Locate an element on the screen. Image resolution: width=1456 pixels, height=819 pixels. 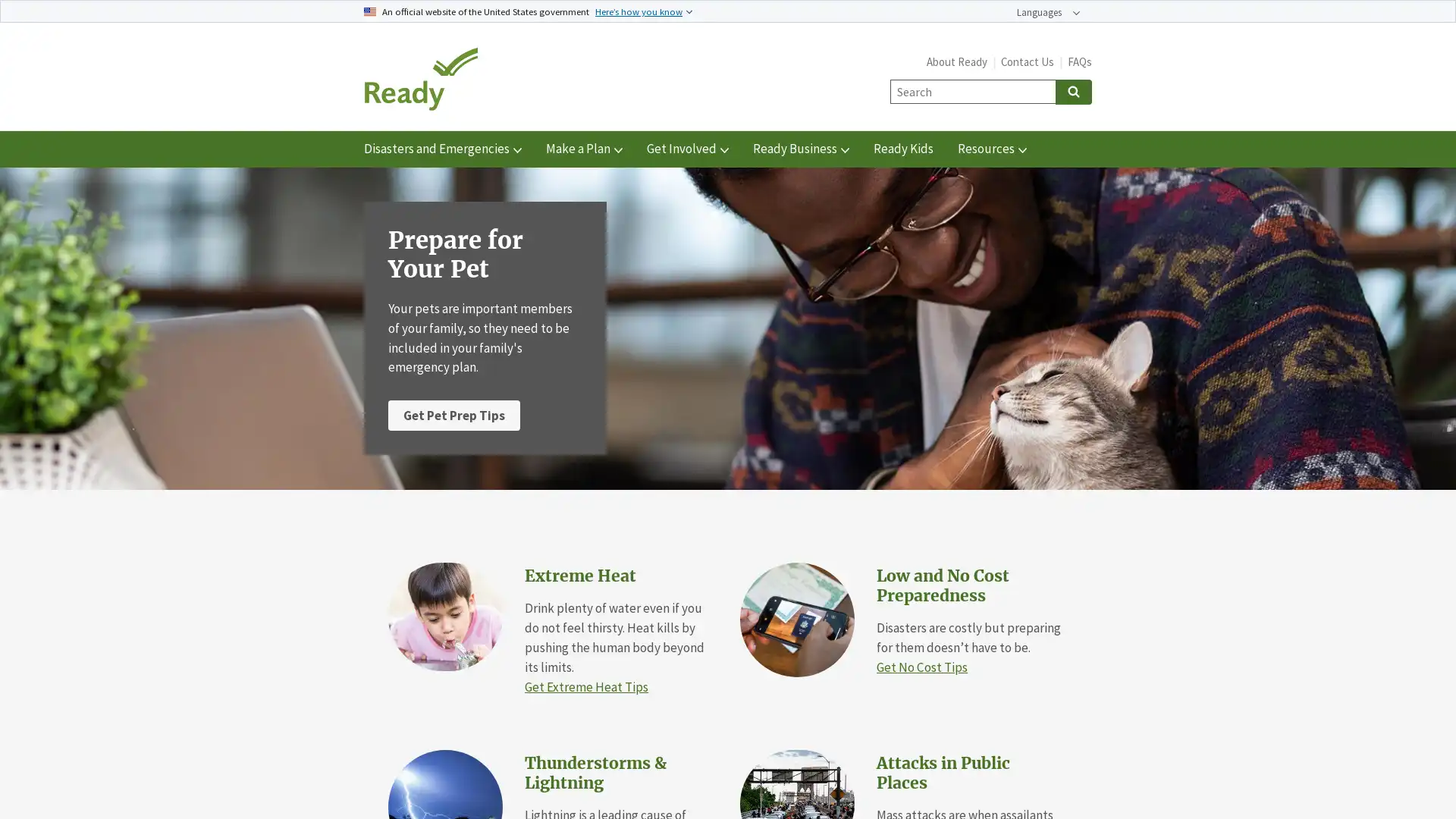
Resources is located at coordinates (992, 149).